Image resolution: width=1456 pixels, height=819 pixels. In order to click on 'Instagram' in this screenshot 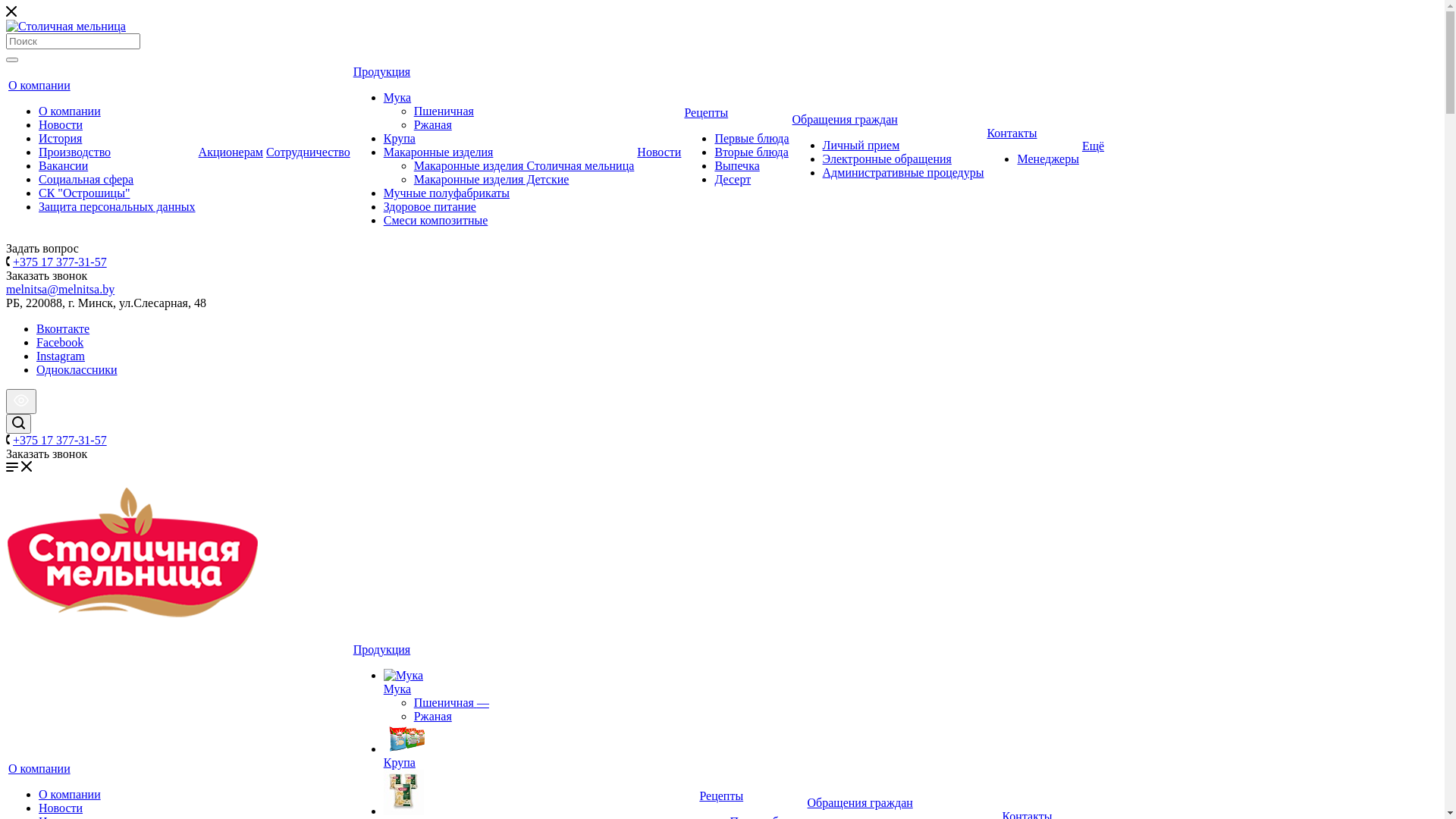, I will do `click(61, 356)`.